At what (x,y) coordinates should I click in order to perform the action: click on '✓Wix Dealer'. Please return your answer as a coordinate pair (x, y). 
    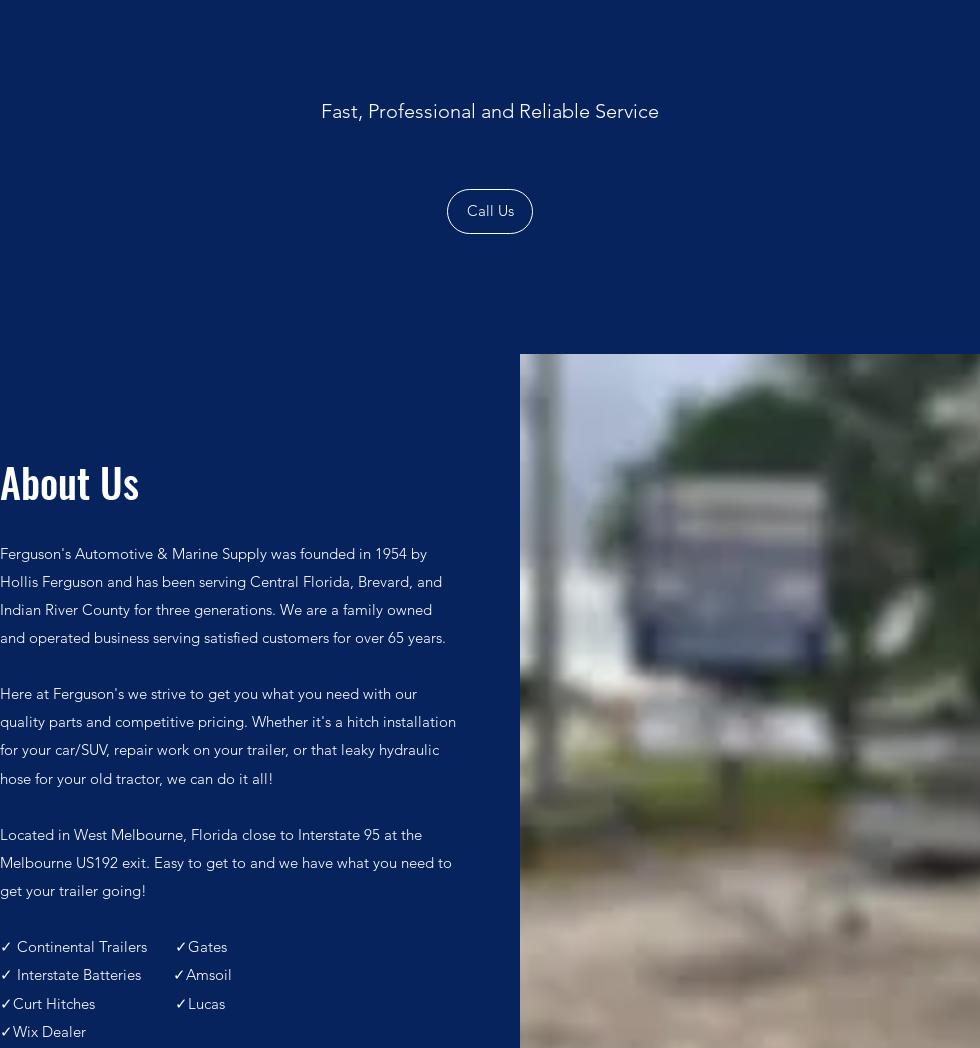
    Looking at the image, I should click on (0, 1030).